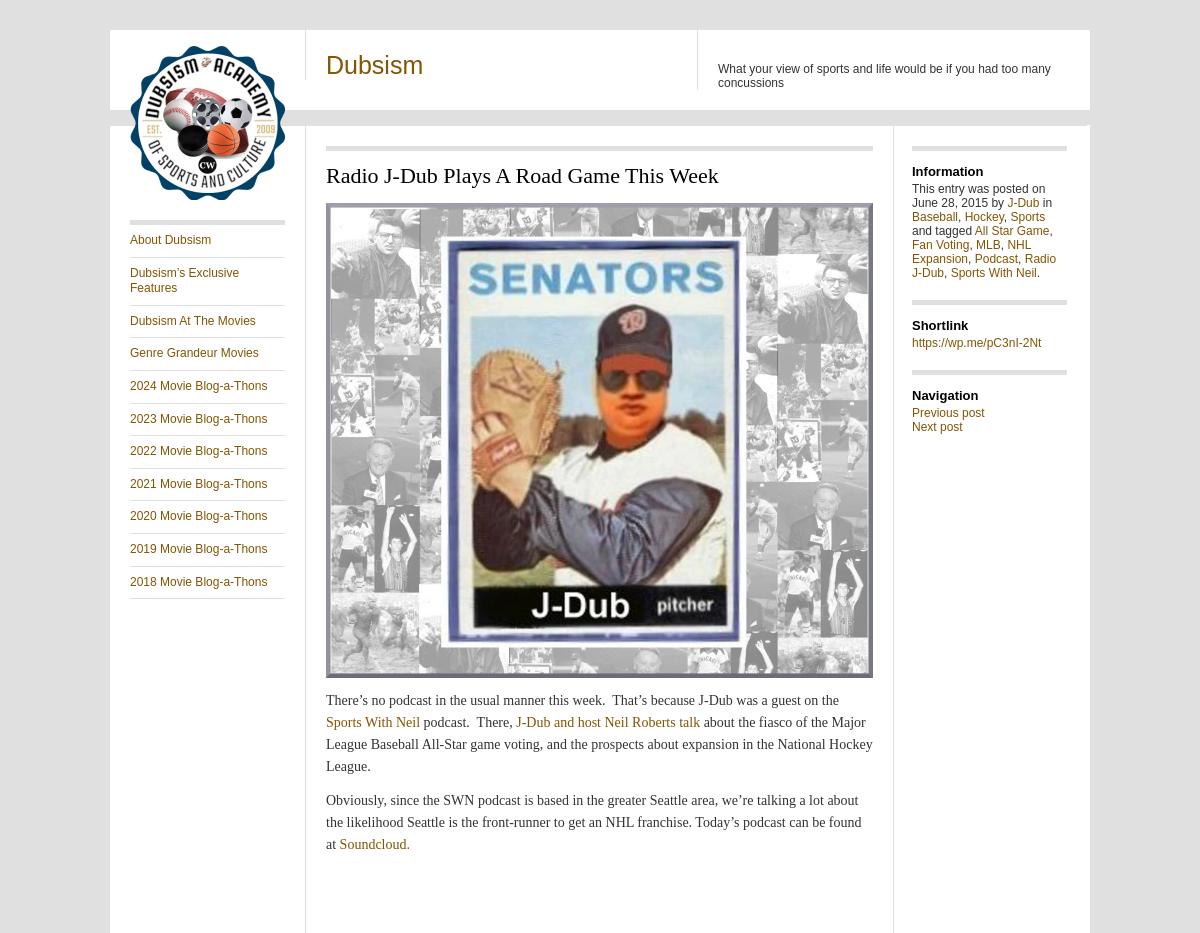 This screenshot has width=1200, height=933. What do you see at coordinates (974, 258) in the screenshot?
I see `'Podcast'` at bounding box center [974, 258].